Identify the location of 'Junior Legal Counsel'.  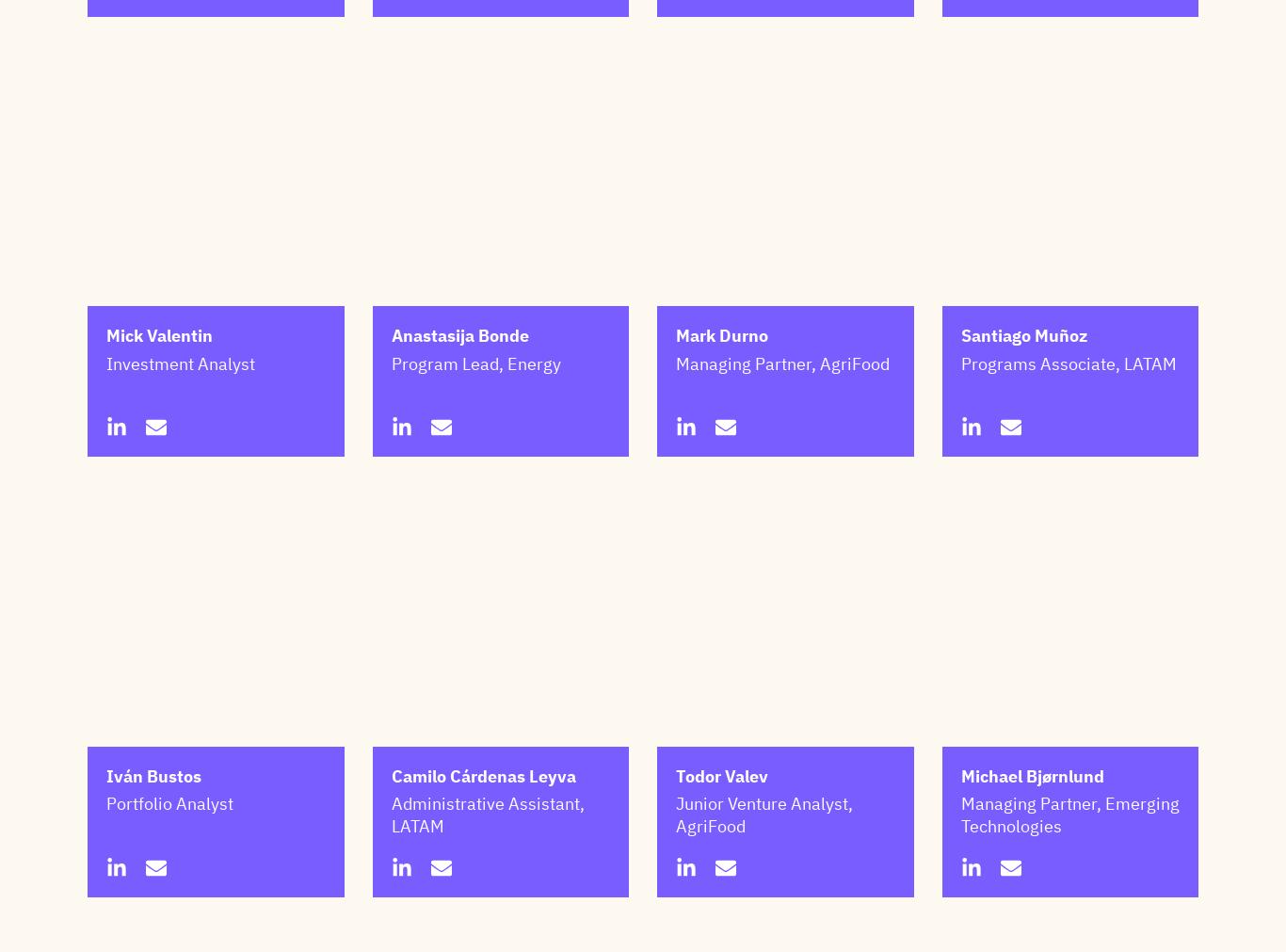
(469, 16).